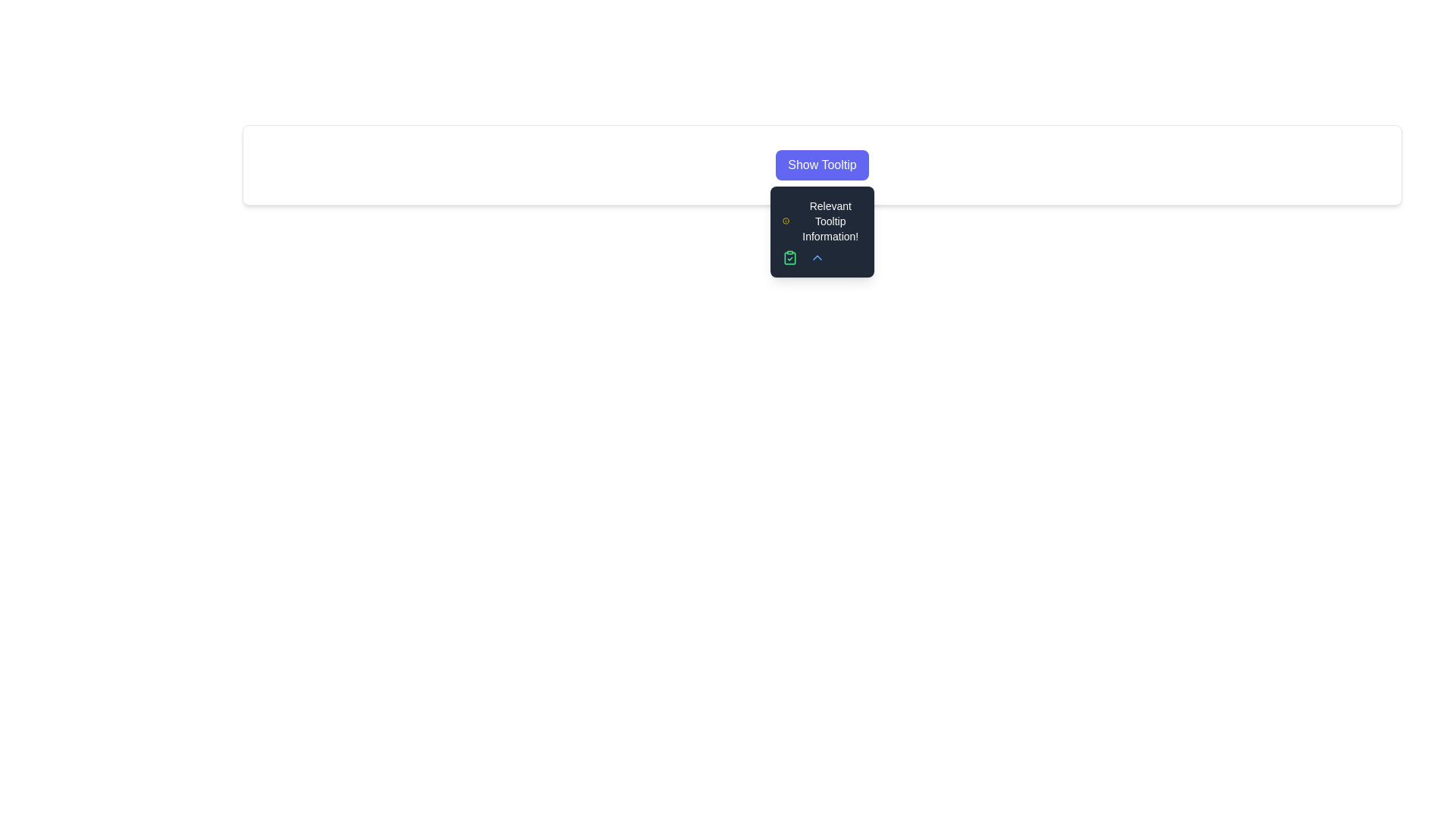 The image size is (1456, 819). What do you see at coordinates (821, 221) in the screenshot?
I see `the text display element that shows 'Relevant Tooltip Information!' located in the tooltip below the 'Show Tooltip' button` at bounding box center [821, 221].